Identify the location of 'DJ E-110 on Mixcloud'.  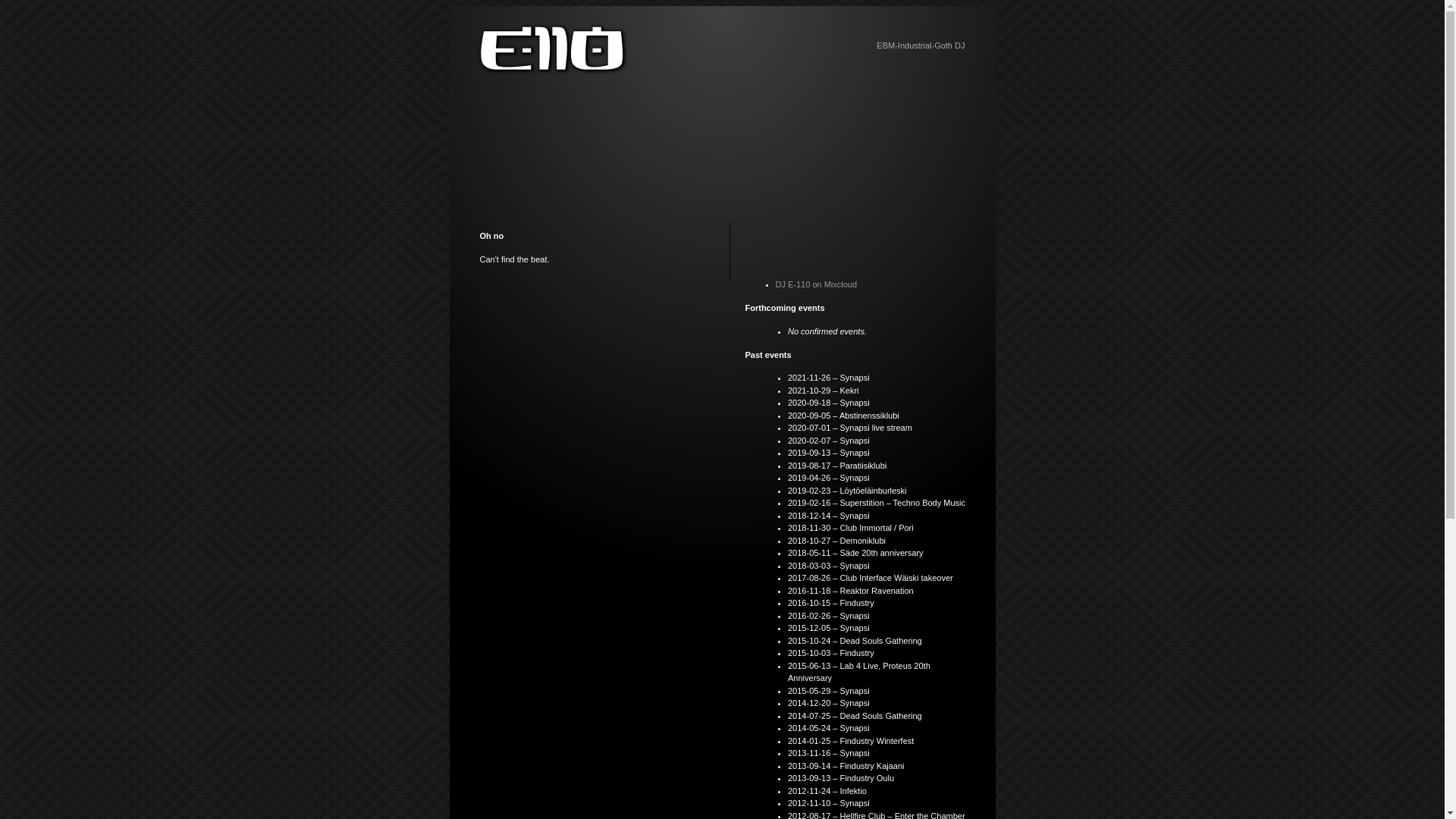
(775, 284).